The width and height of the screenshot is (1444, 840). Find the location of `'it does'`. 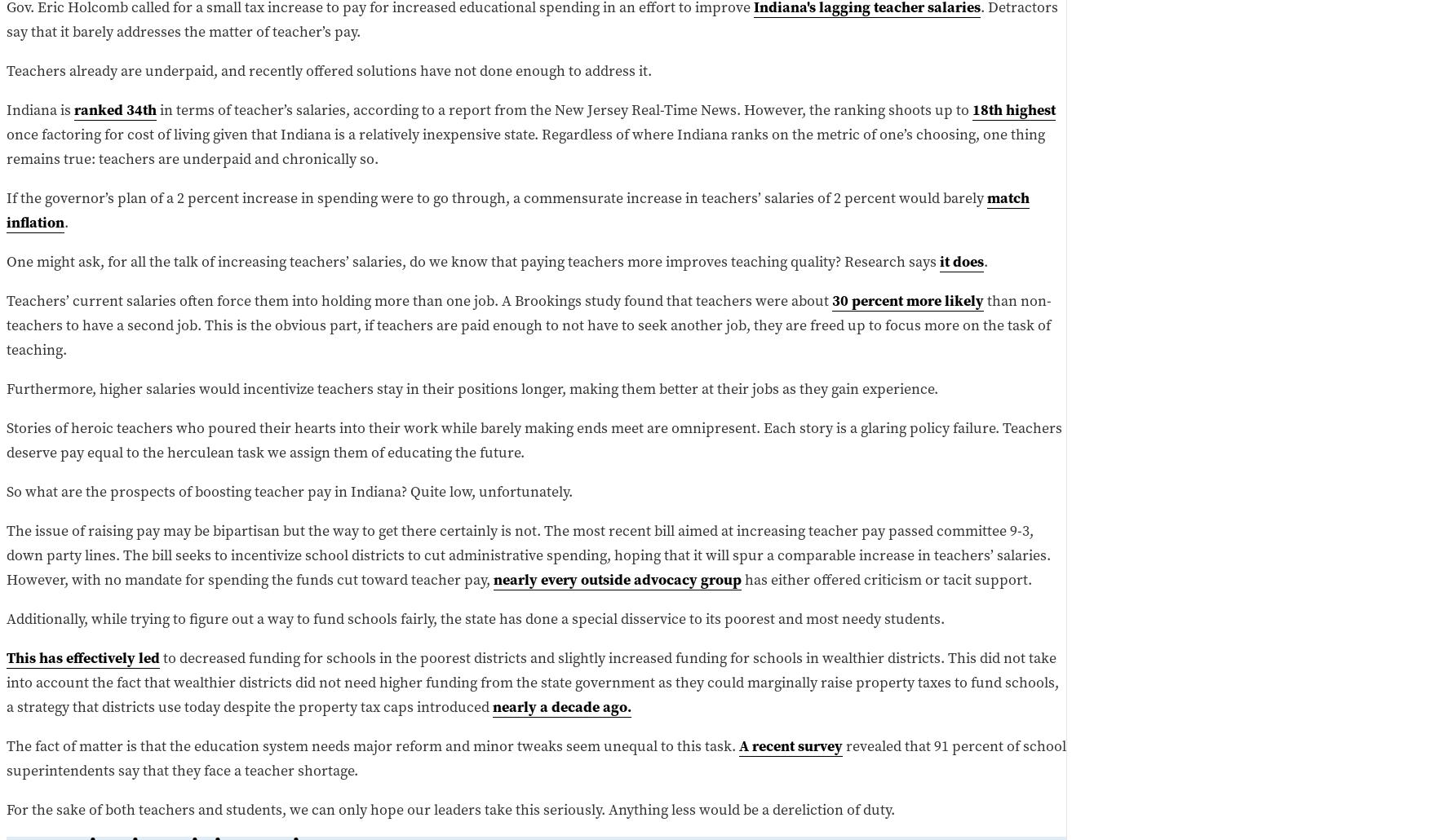

'it does' is located at coordinates (961, 259).